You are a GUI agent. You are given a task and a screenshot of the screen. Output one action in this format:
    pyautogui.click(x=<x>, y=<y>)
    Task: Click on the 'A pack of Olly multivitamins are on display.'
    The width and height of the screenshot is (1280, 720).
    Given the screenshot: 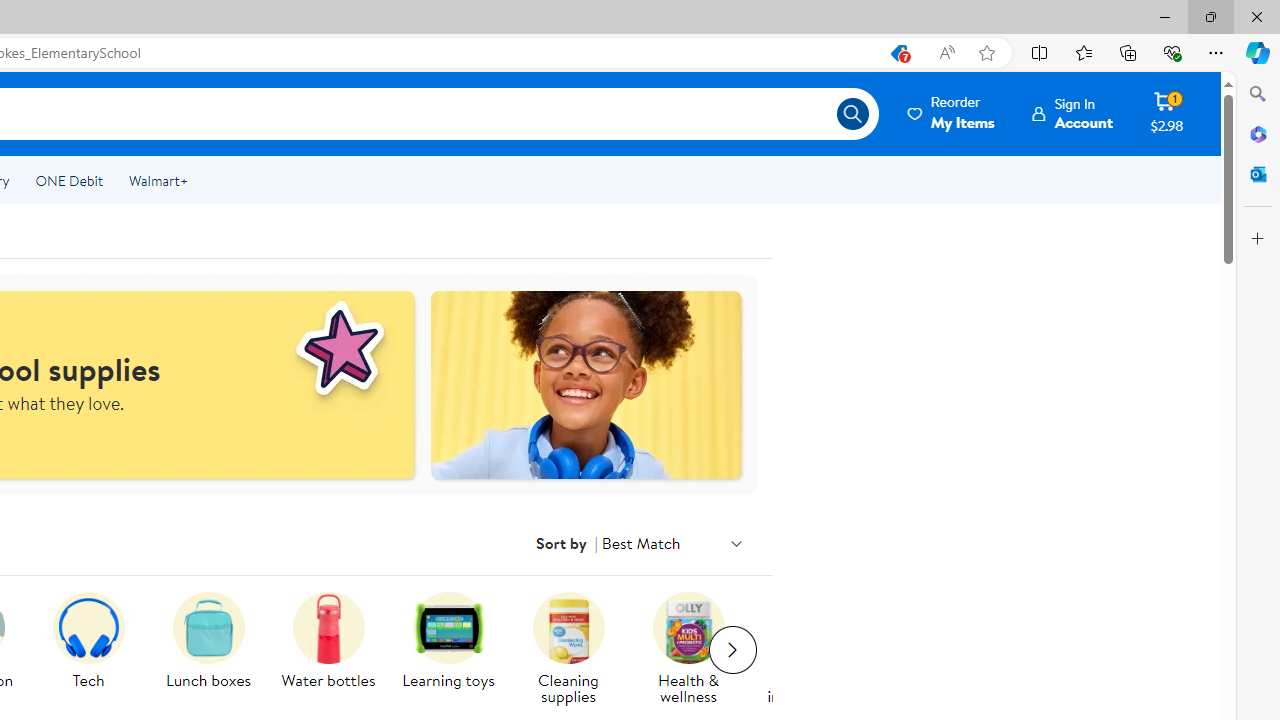 What is the action you would take?
    pyautogui.click(x=688, y=627)
    